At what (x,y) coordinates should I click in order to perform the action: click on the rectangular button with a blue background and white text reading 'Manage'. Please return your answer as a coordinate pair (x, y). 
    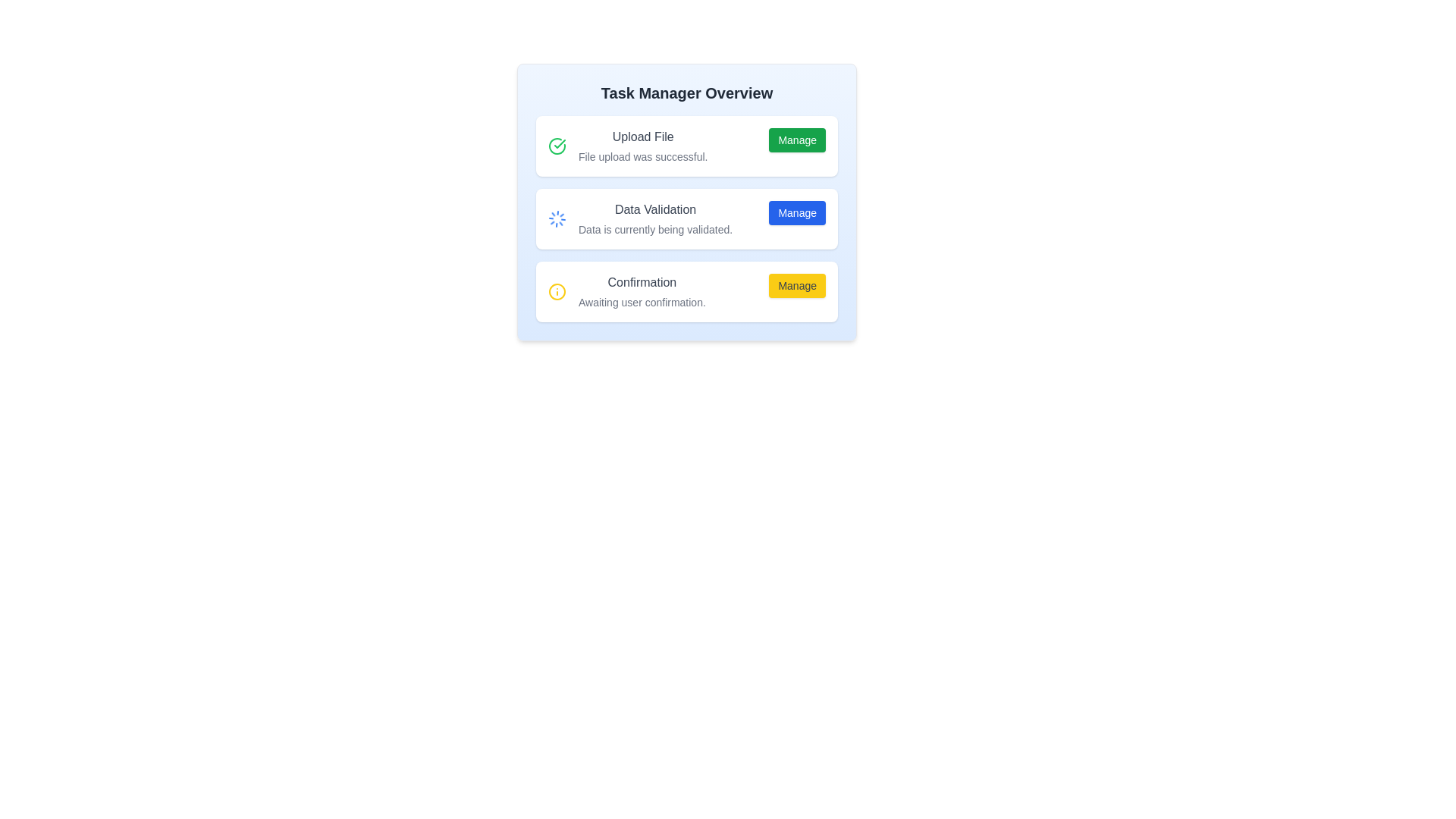
    Looking at the image, I should click on (796, 213).